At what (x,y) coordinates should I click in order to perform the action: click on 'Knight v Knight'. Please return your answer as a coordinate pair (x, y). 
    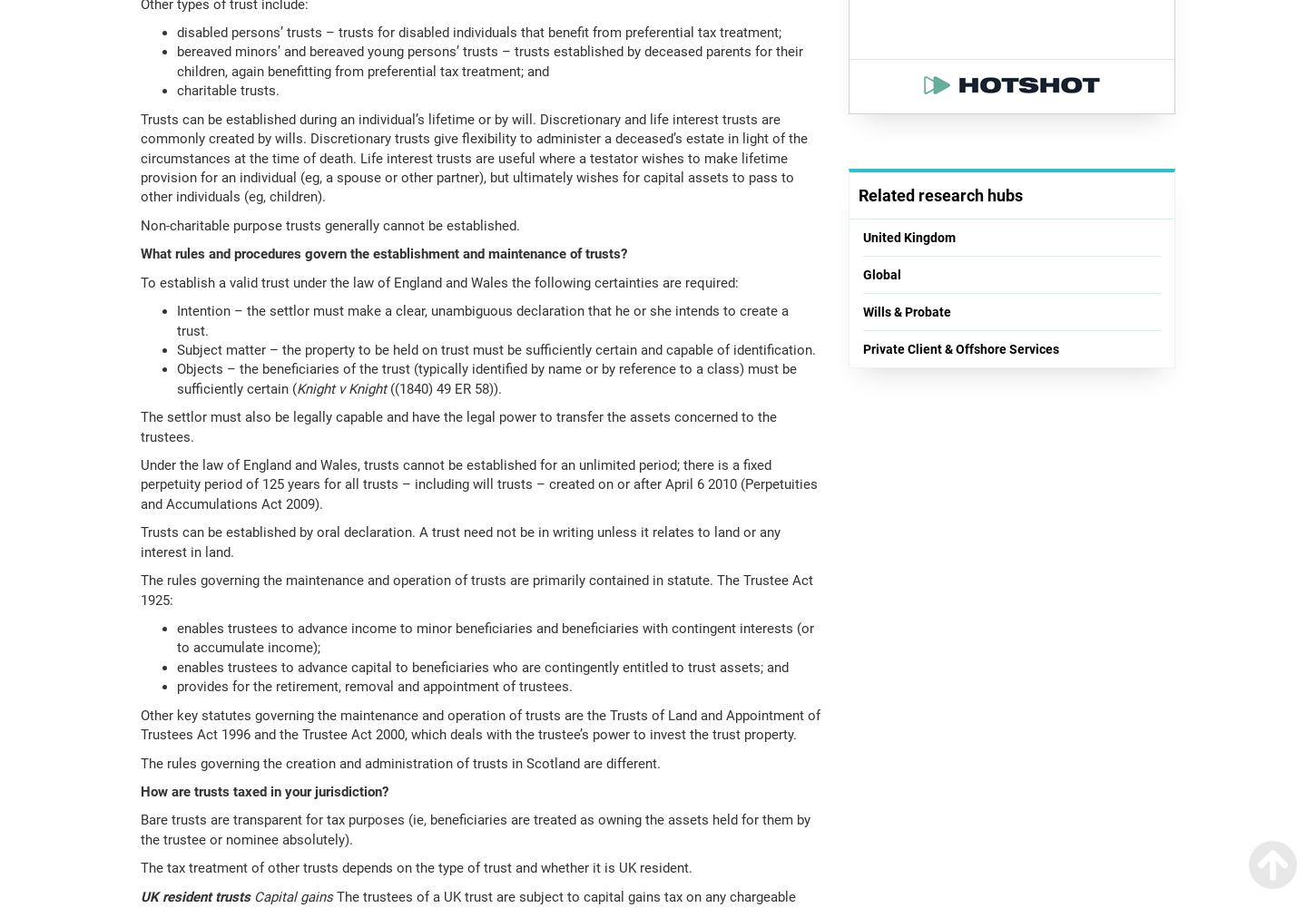
    Looking at the image, I should click on (340, 387).